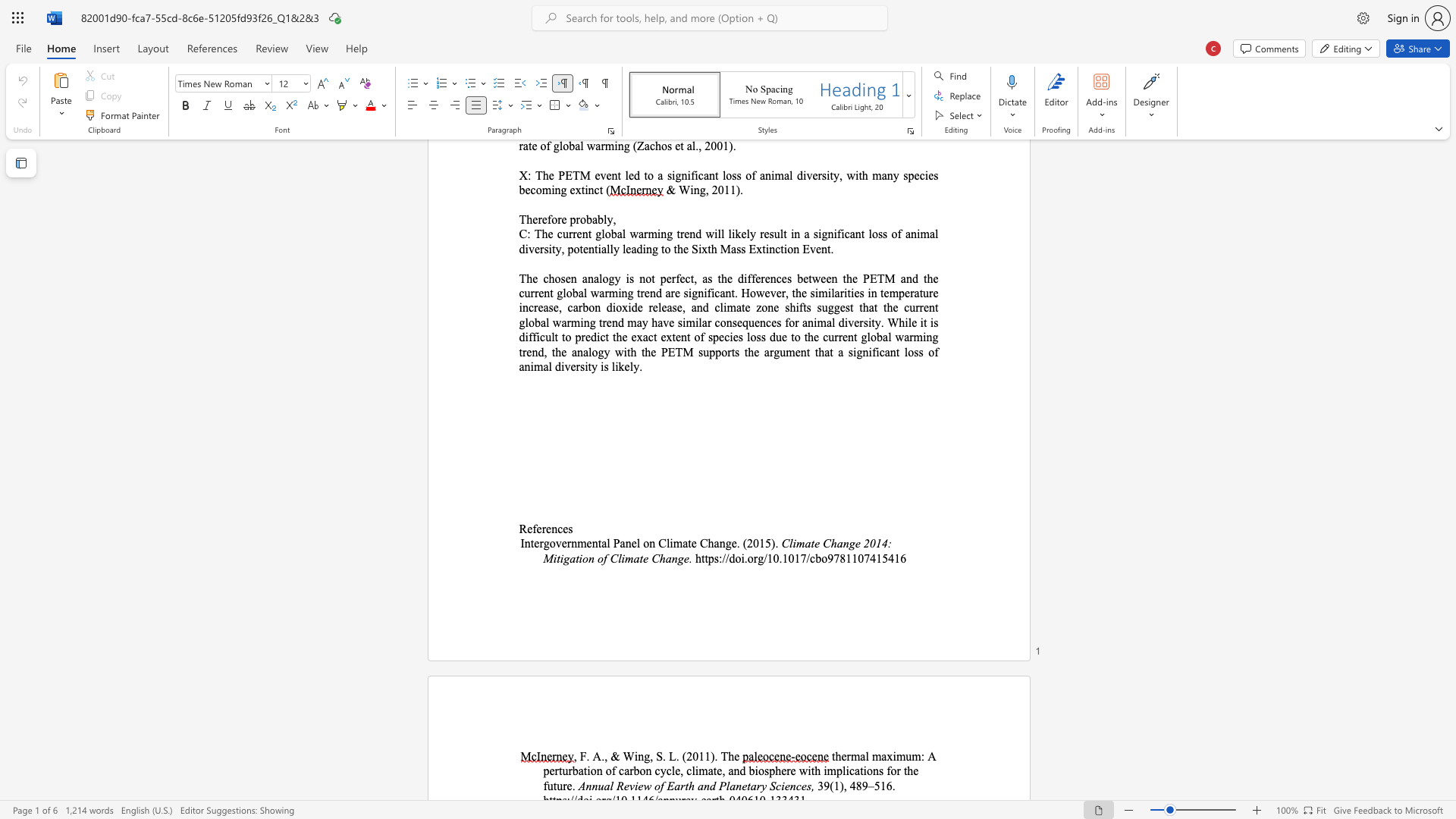 This screenshot has width=1456, height=819. Describe the element at coordinates (811, 542) in the screenshot. I see `the 1th character "t" in the text` at that location.